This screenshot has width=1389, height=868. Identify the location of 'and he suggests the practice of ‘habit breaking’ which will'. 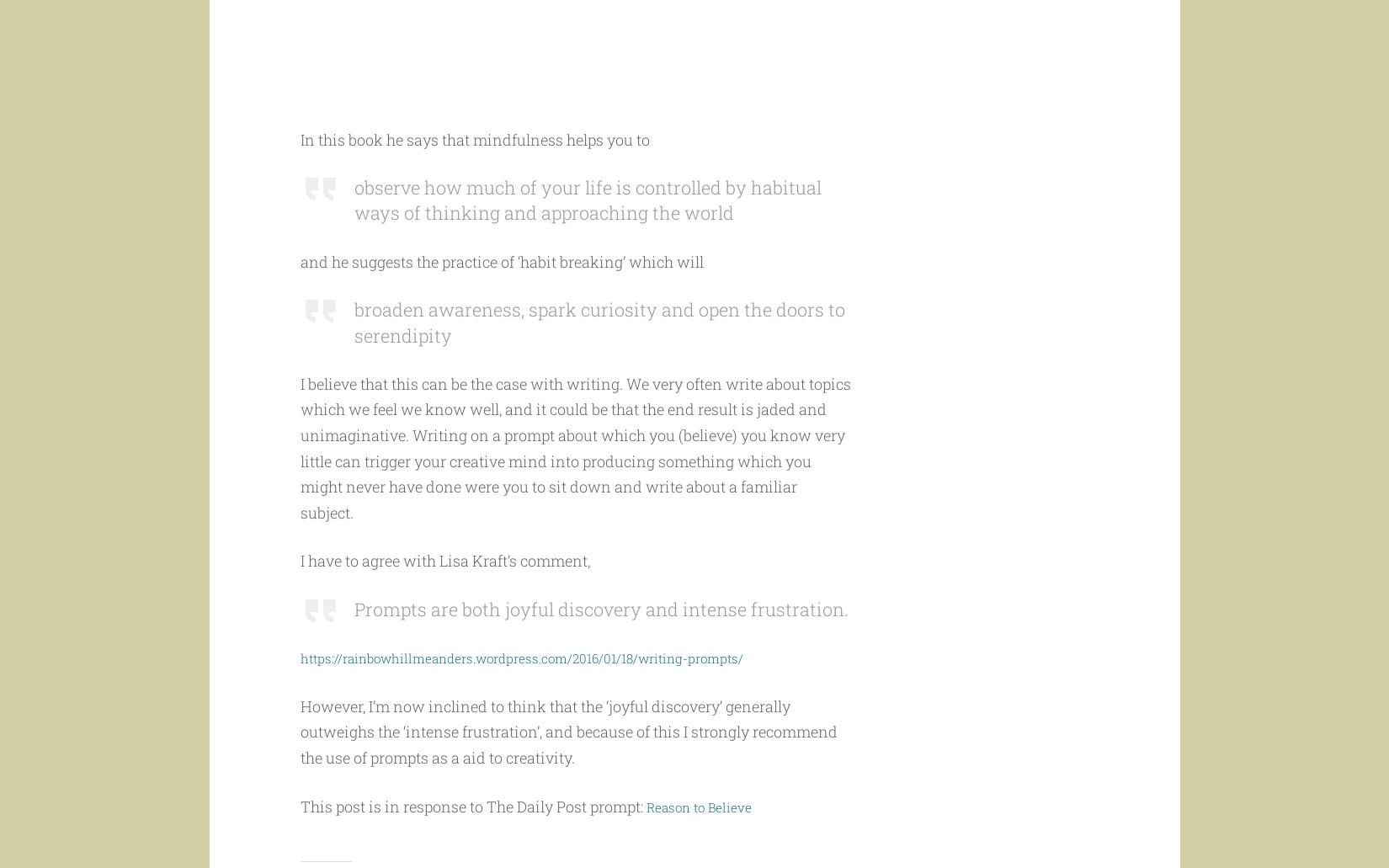
(500, 292).